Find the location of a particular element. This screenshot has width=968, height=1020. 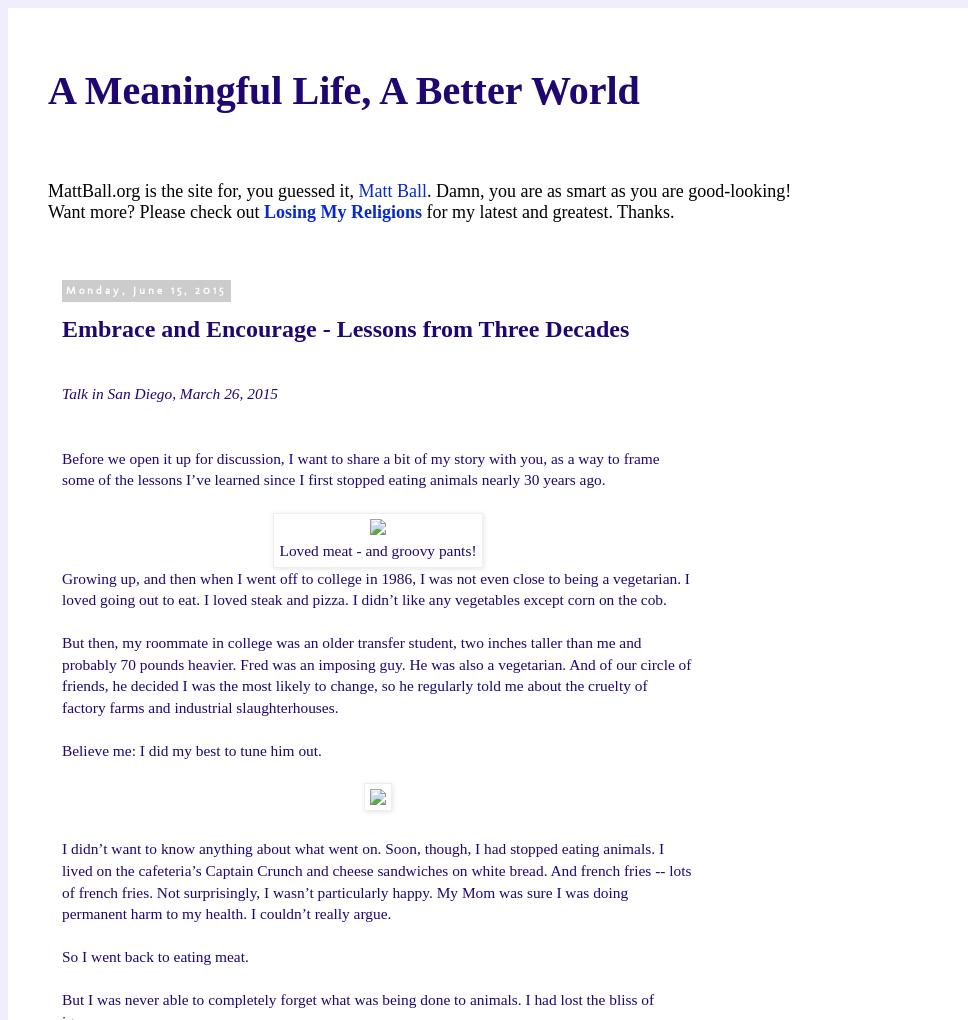

'A Meaningful Life, A Better World' is located at coordinates (343, 88).